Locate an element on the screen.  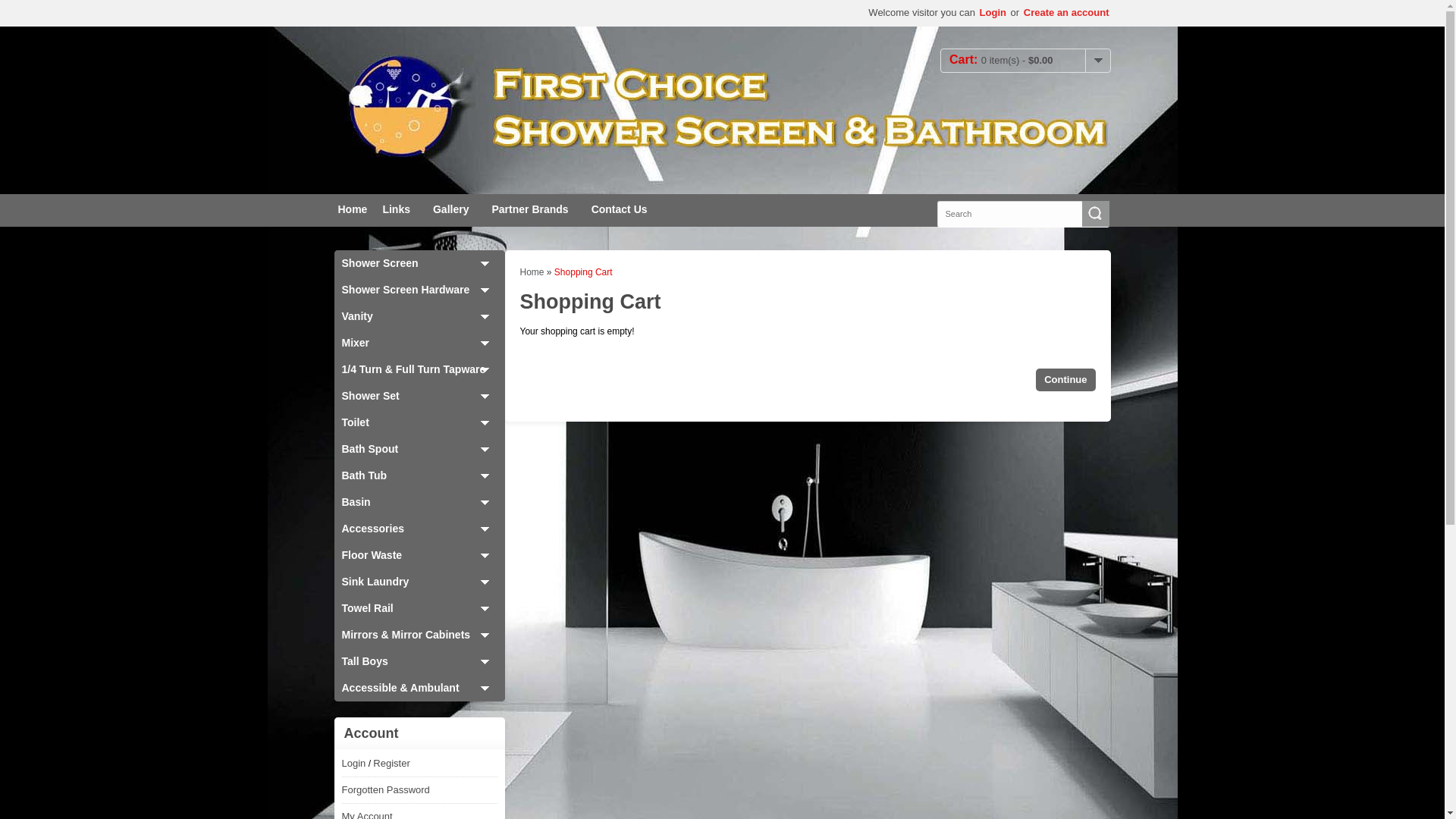
'Tall Boys' is located at coordinates (419, 661).